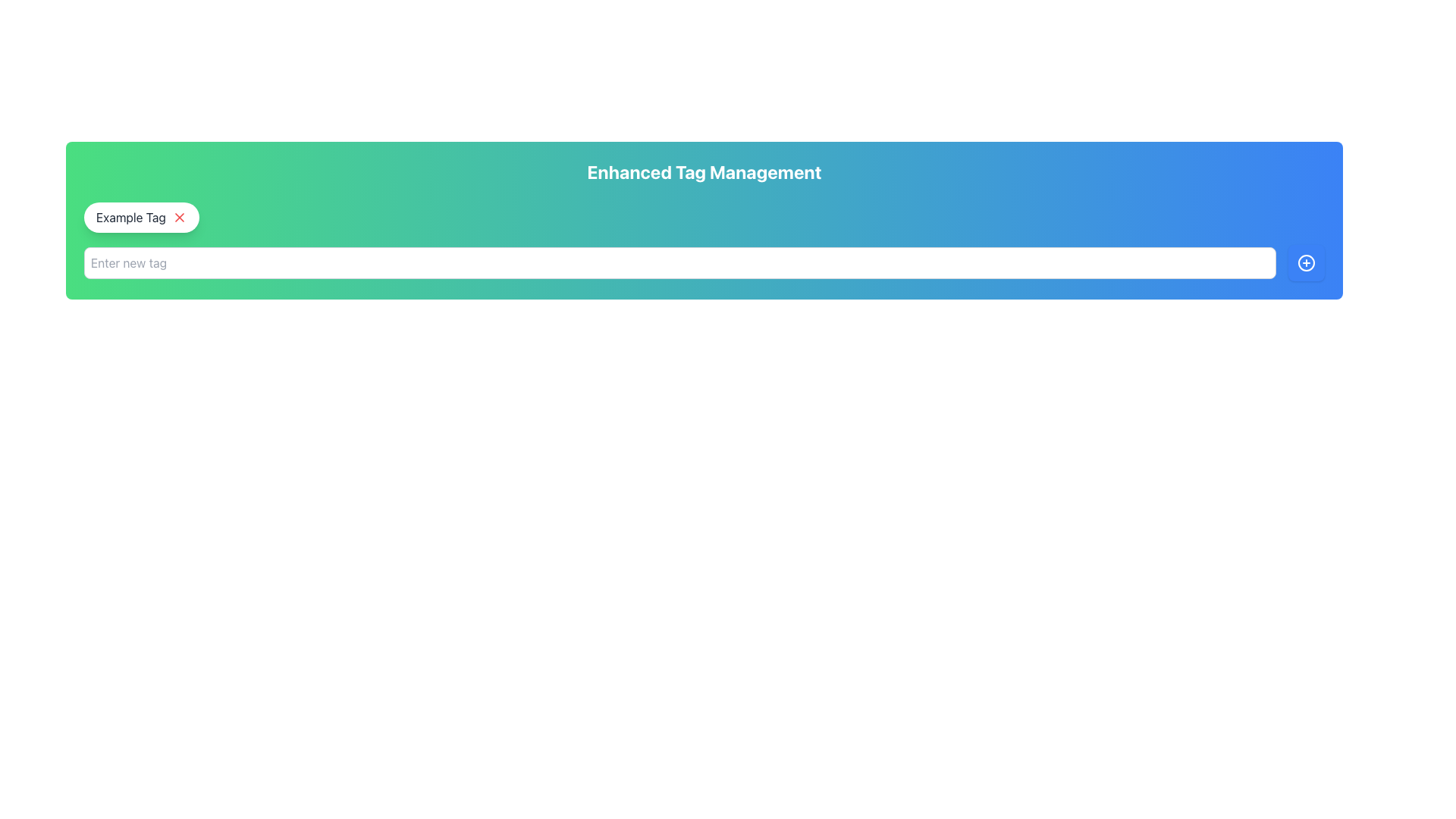 The width and height of the screenshot is (1456, 819). What do you see at coordinates (179, 217) in the screenshot?
I see `the red 'X' close/delete icon located to the right of the text 'Example Tag'` at bounding box center [179, 217].